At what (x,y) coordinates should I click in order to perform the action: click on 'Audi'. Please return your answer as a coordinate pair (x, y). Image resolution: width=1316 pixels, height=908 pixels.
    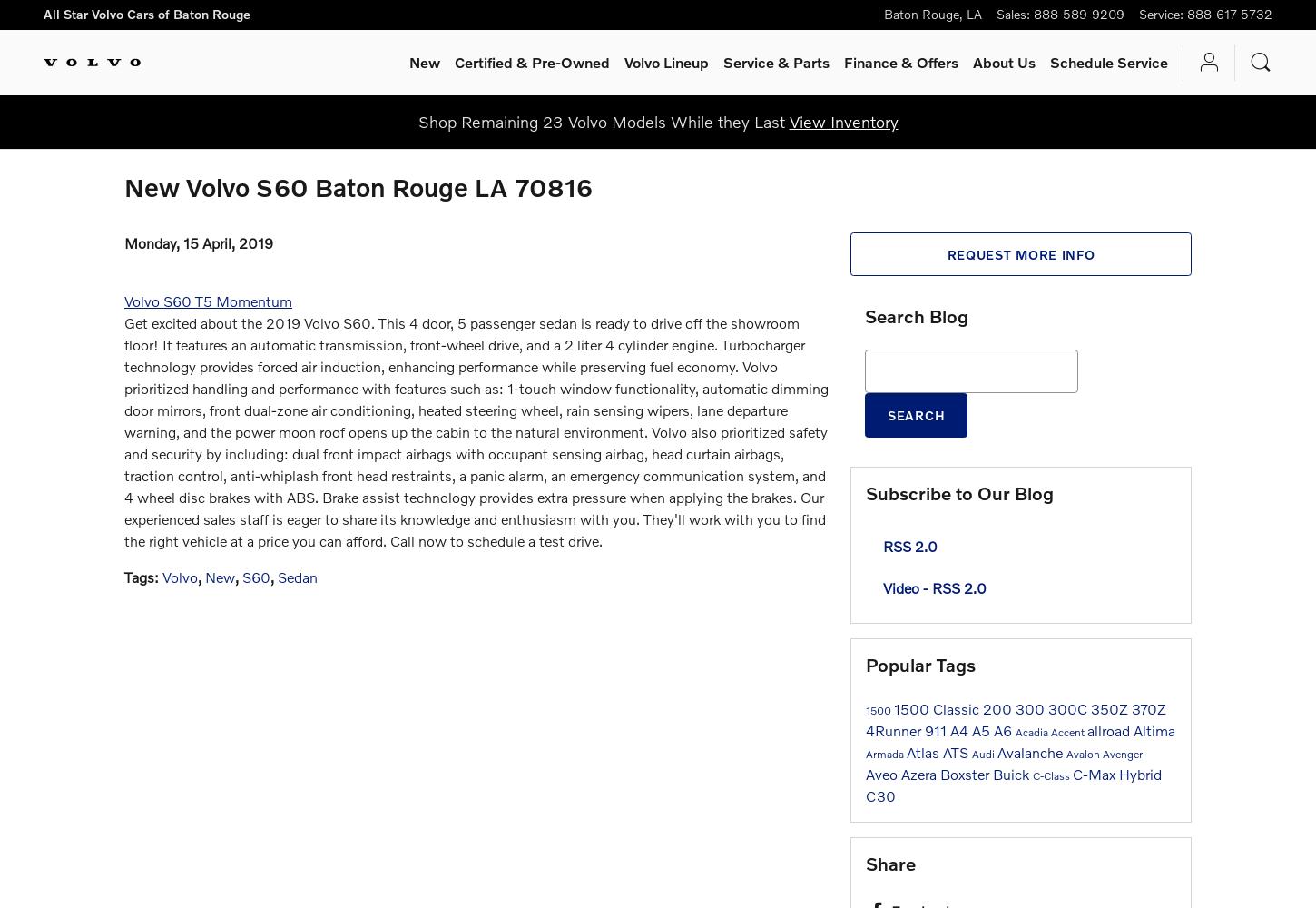
    Looking at the image, I should click on (985, 752).